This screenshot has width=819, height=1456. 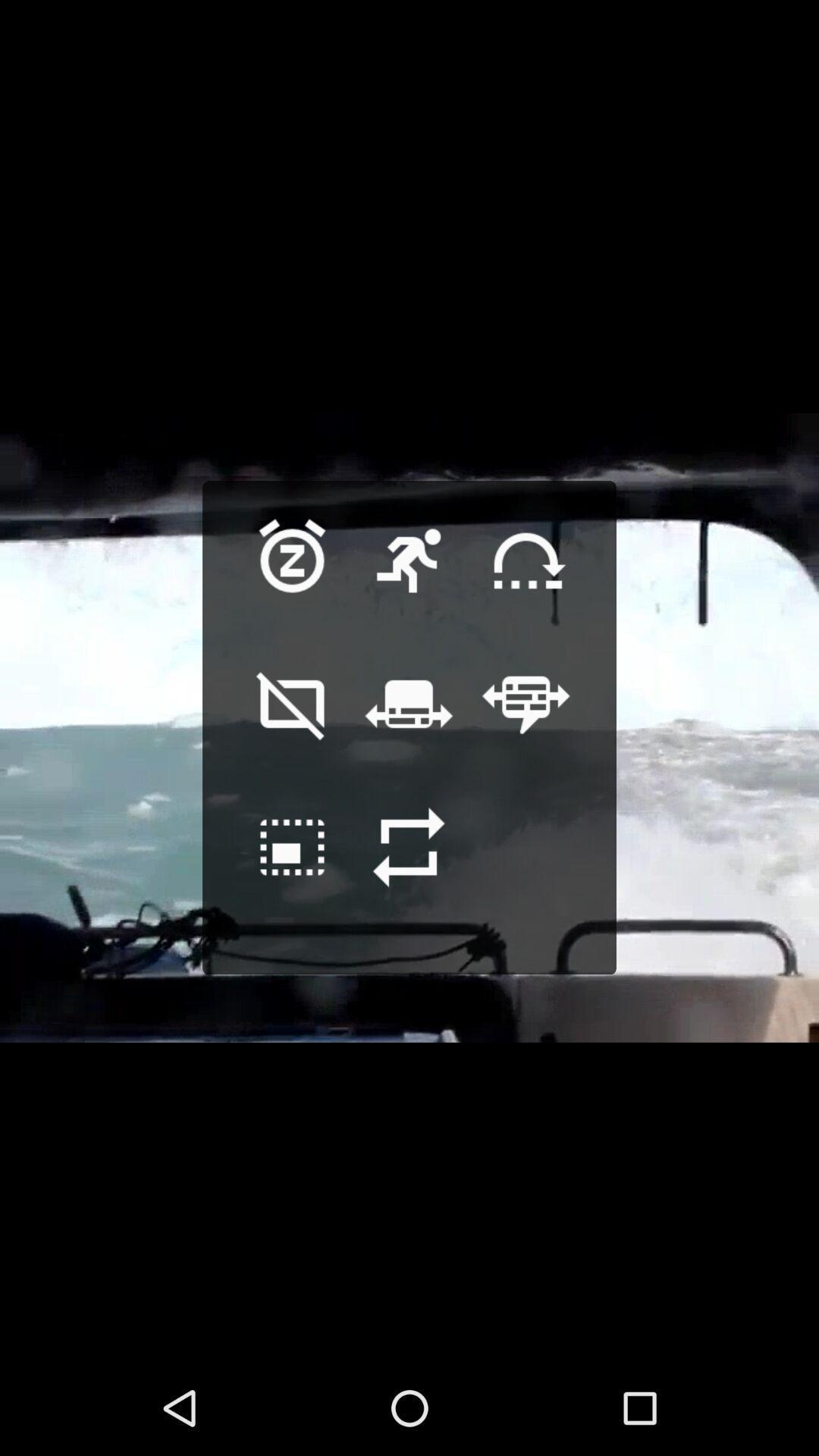 What do you see at coordinates (408, 871) in the screenshot?
I see `repeate button` at bounding box center [408, 871].